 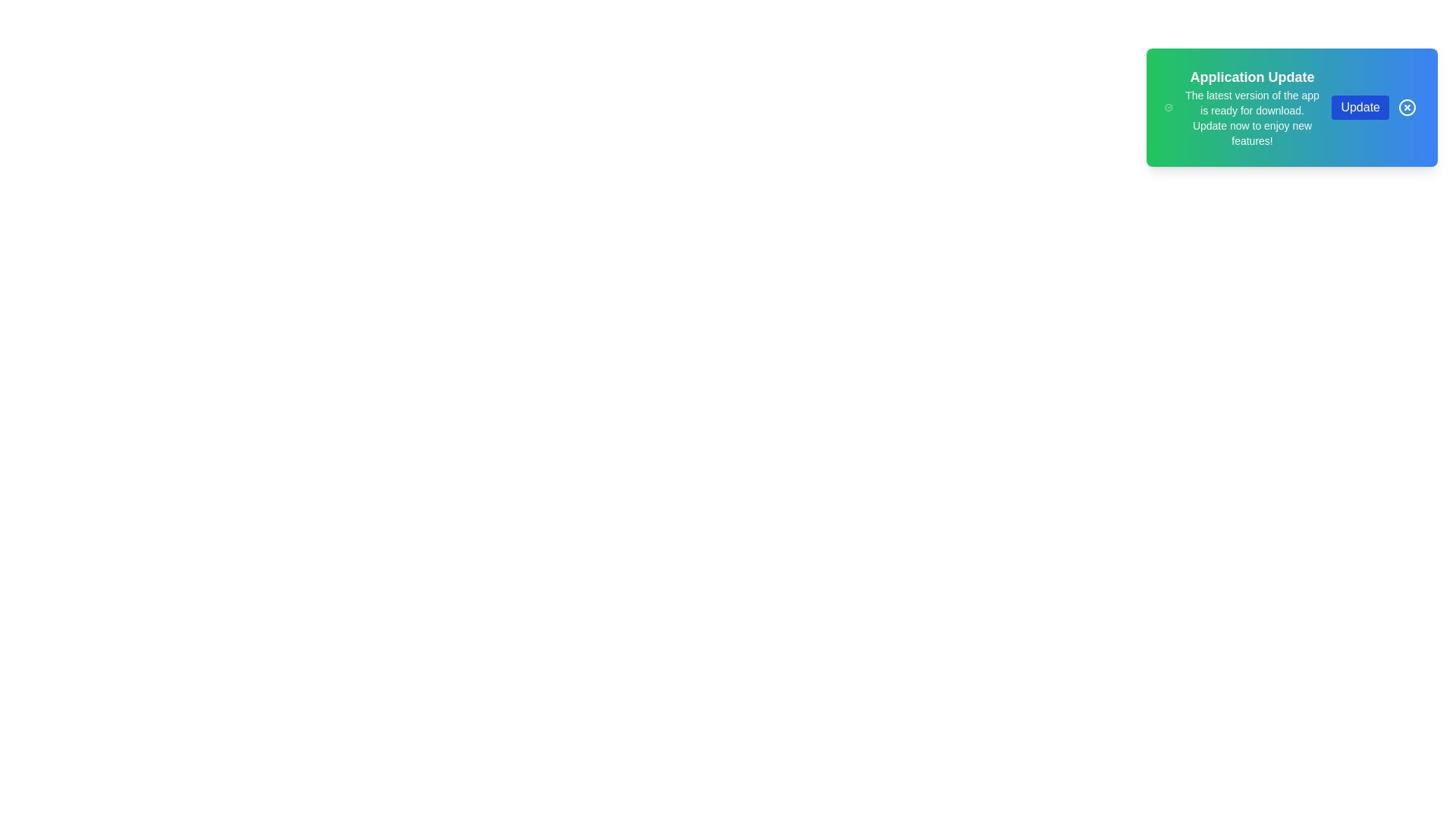 I want to click on the 'Close' button (X icon) to dismiss the notification, so click(x=1407, y=107).